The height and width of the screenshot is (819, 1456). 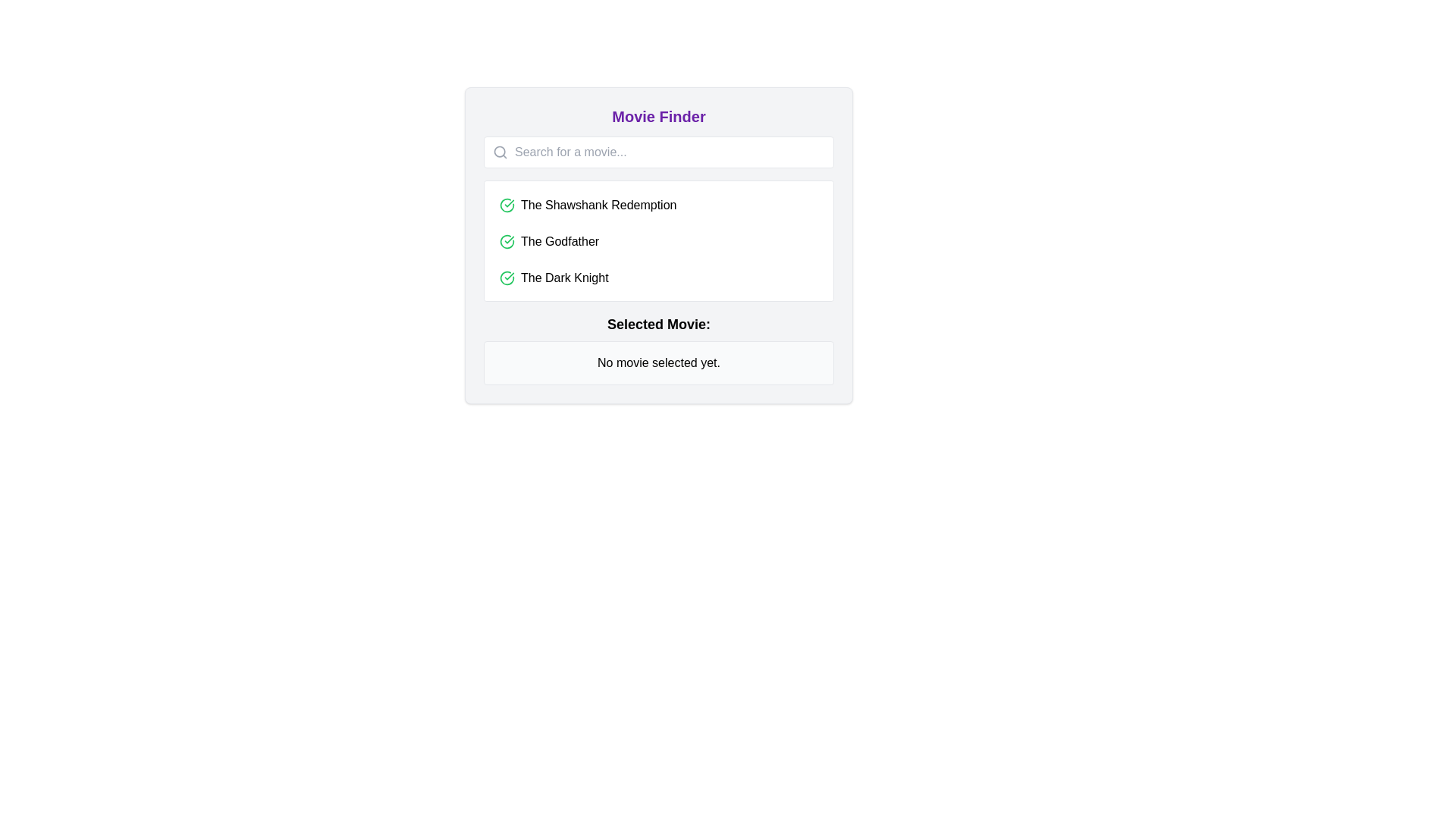 I want to click on the search icon located in the top-left corner of the search input field, which indicates the presence of search functionality, so click(x=500, y=152).